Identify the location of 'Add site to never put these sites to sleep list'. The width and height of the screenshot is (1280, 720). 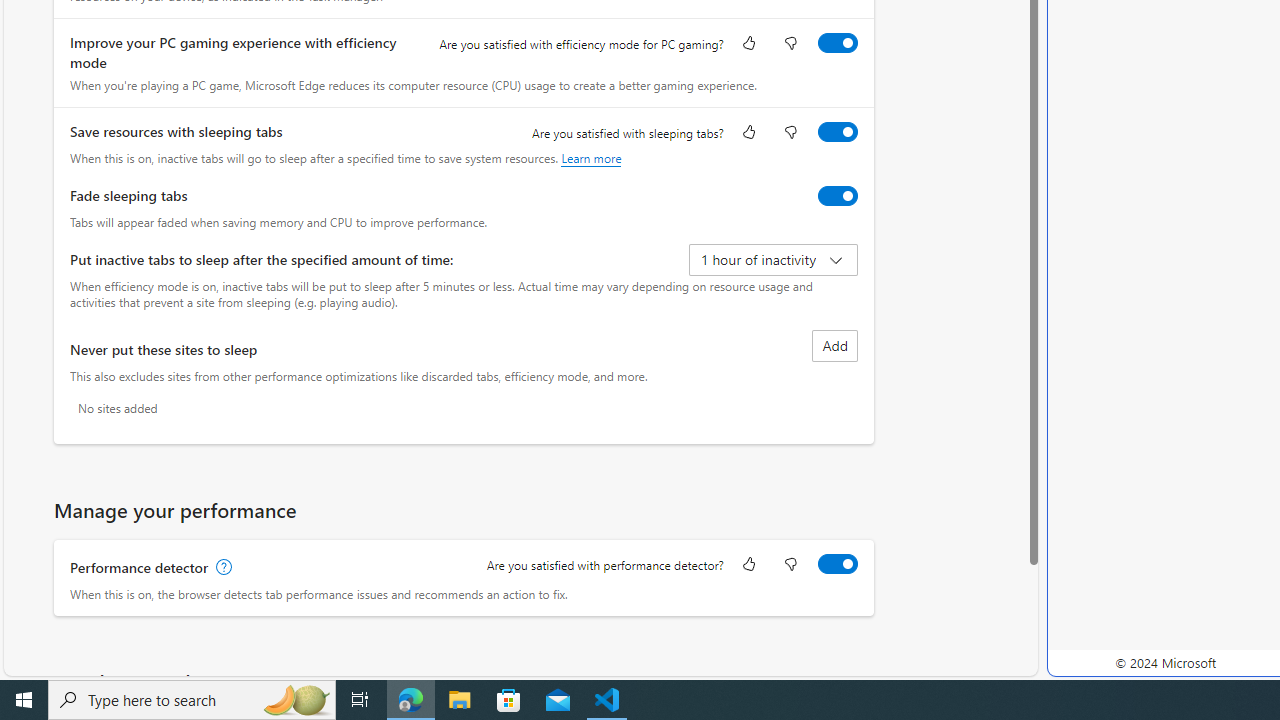
(834, 344).